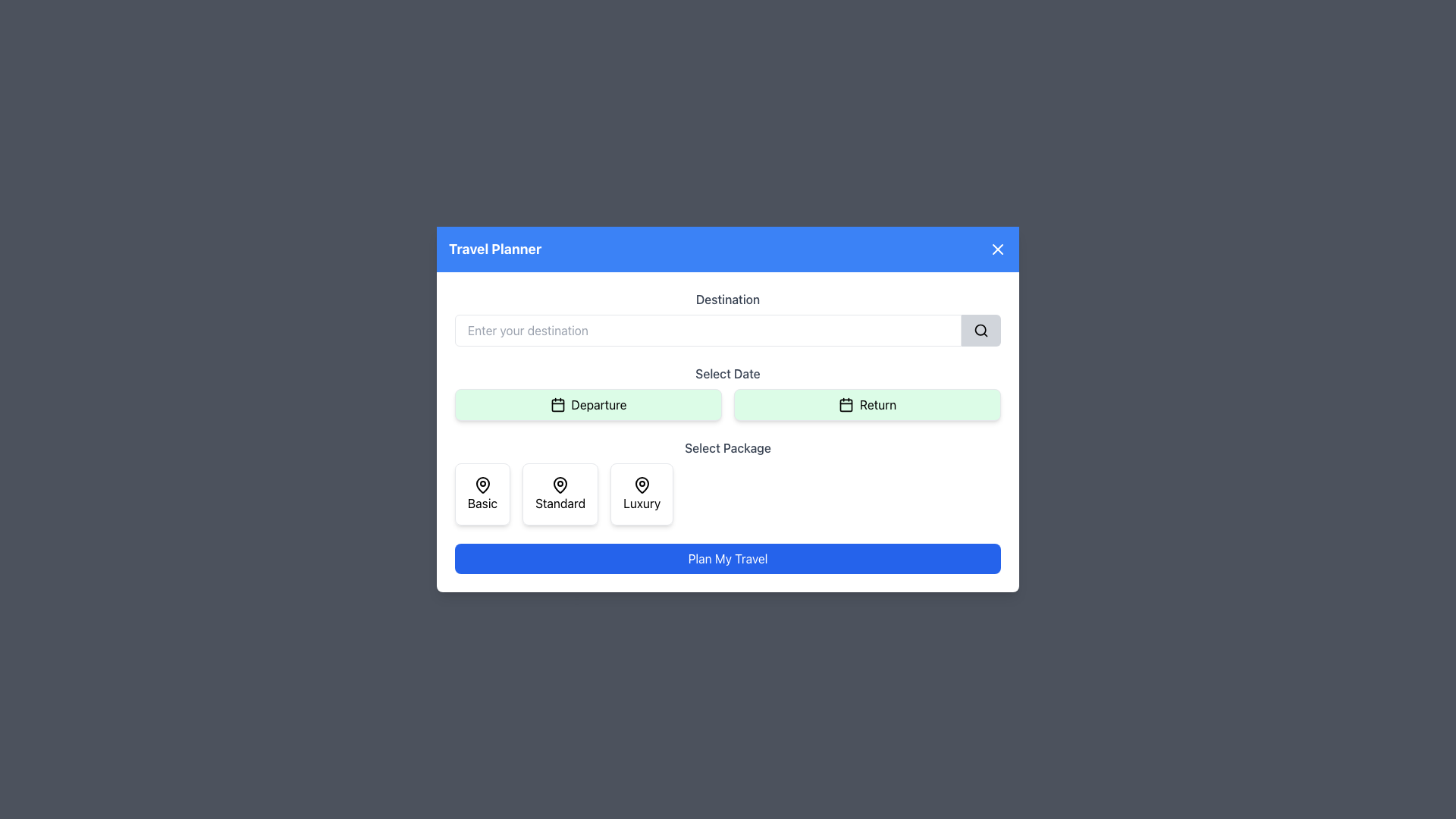 The width and height of the screenshot is (1456, 819). Describe the element at coordinates (560, 503) in the screenshot. I see `the 'Standard' text label in the 'Select Package' section, which is centrally aligned and displays the word 'Standard'` at that location.